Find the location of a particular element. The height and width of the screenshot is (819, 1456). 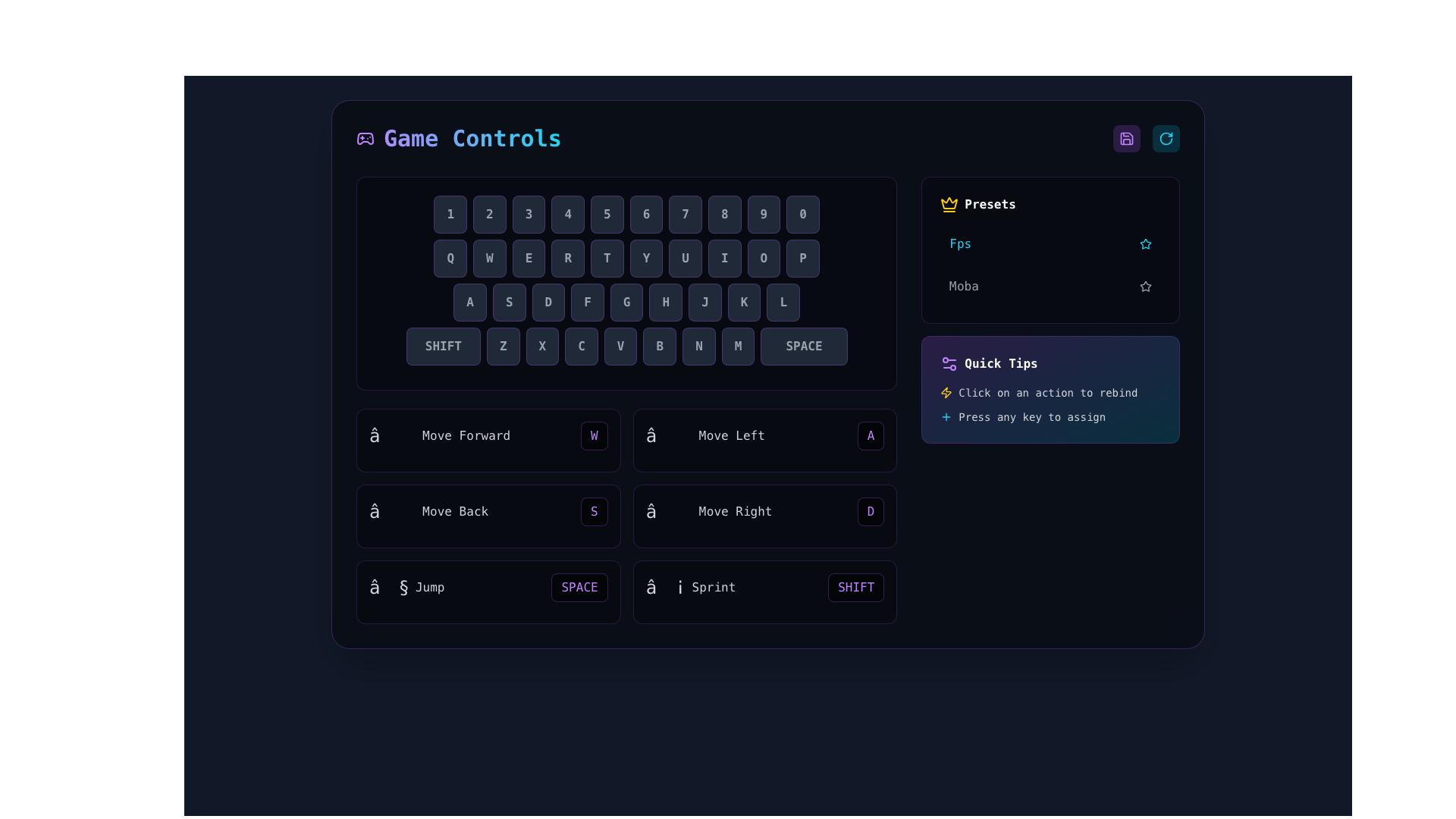

the key-binding button for the 'Move Left' action located is located at coordinates (871, 435).